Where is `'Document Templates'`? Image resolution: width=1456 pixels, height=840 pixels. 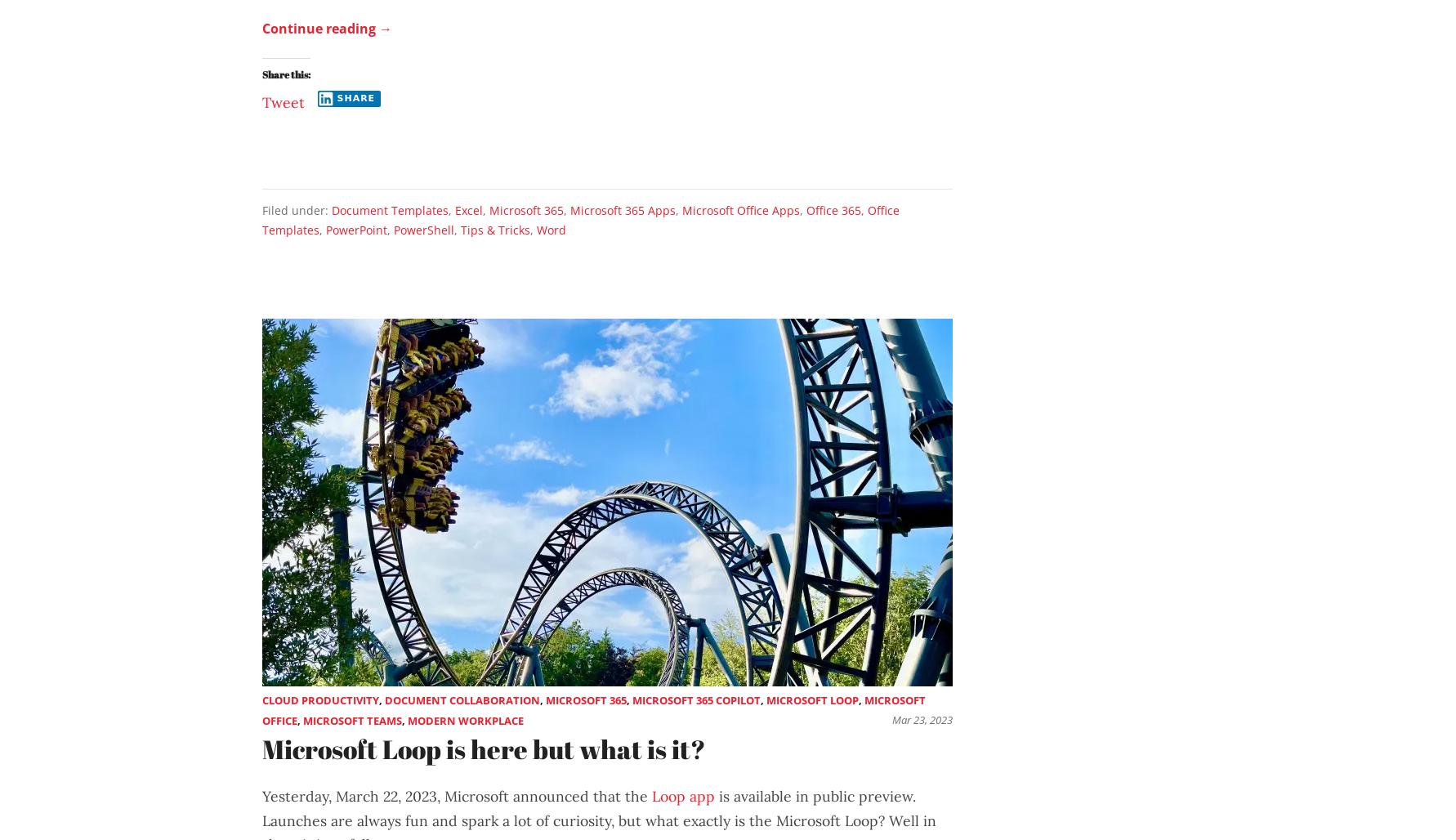
'Document Templates' is located at coordinates (389, 208).